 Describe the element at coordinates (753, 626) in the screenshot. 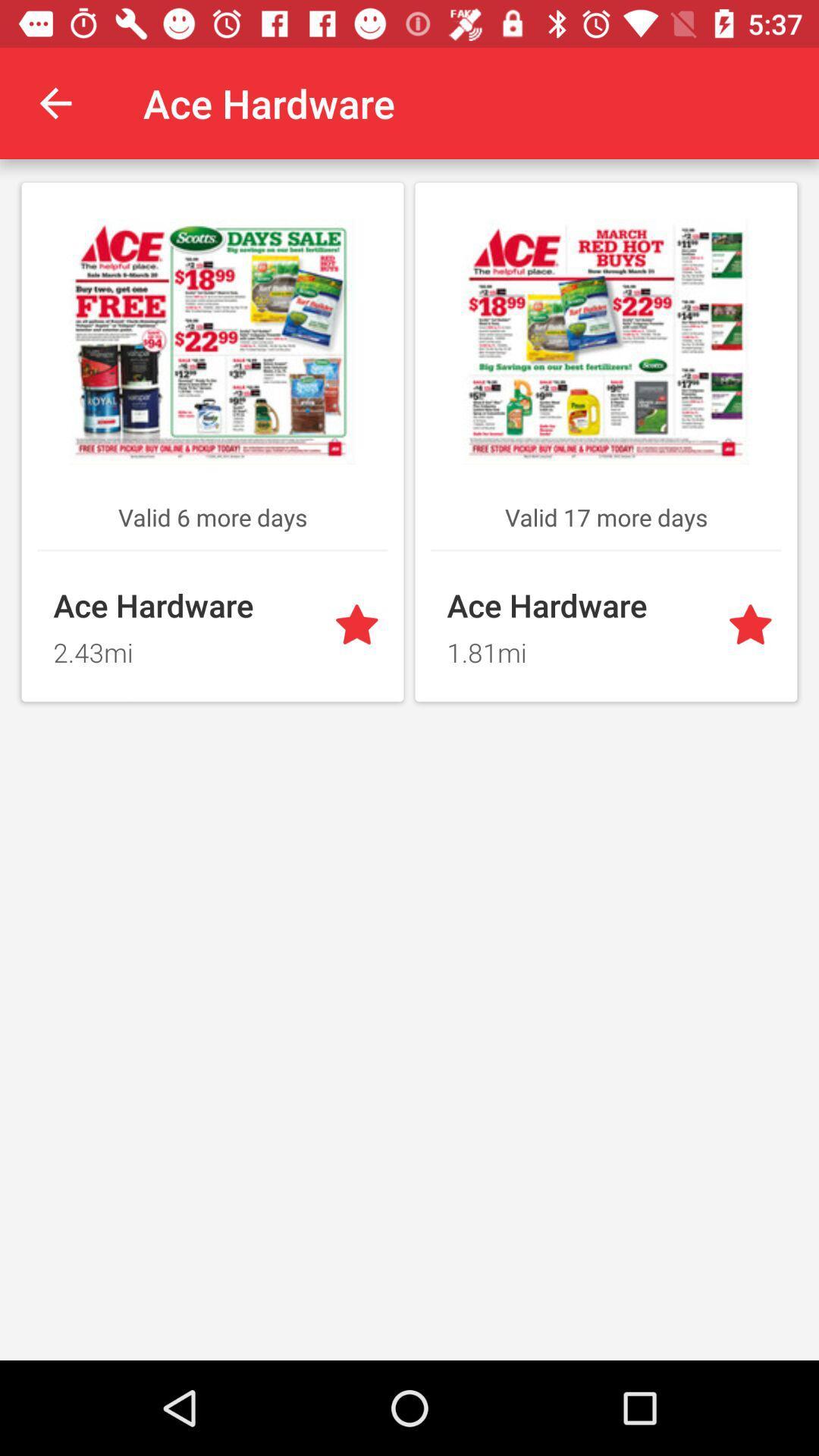

I see `favourite option` at that location.